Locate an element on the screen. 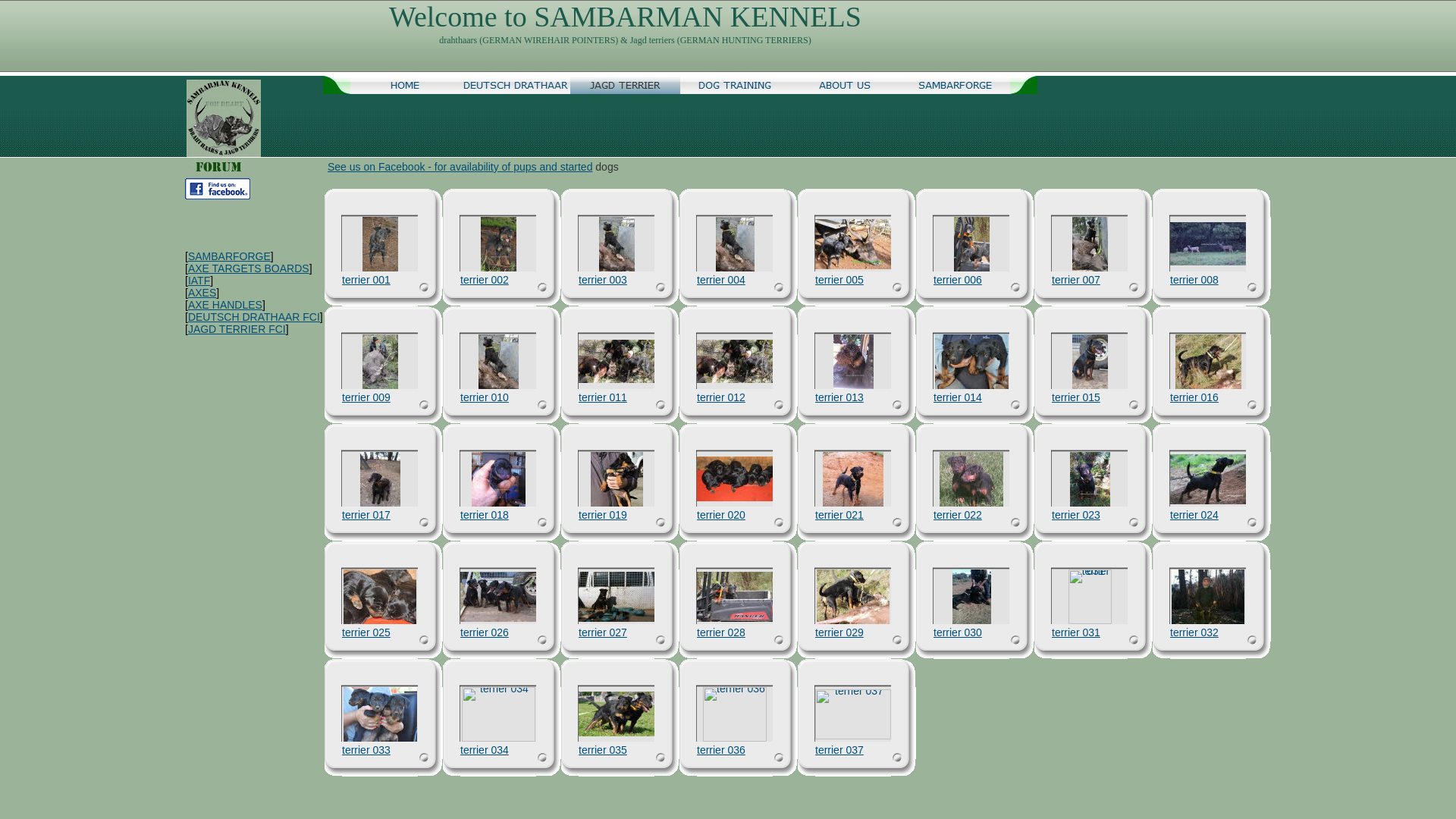  'terrier 012' is located at coordinates (695, 361).